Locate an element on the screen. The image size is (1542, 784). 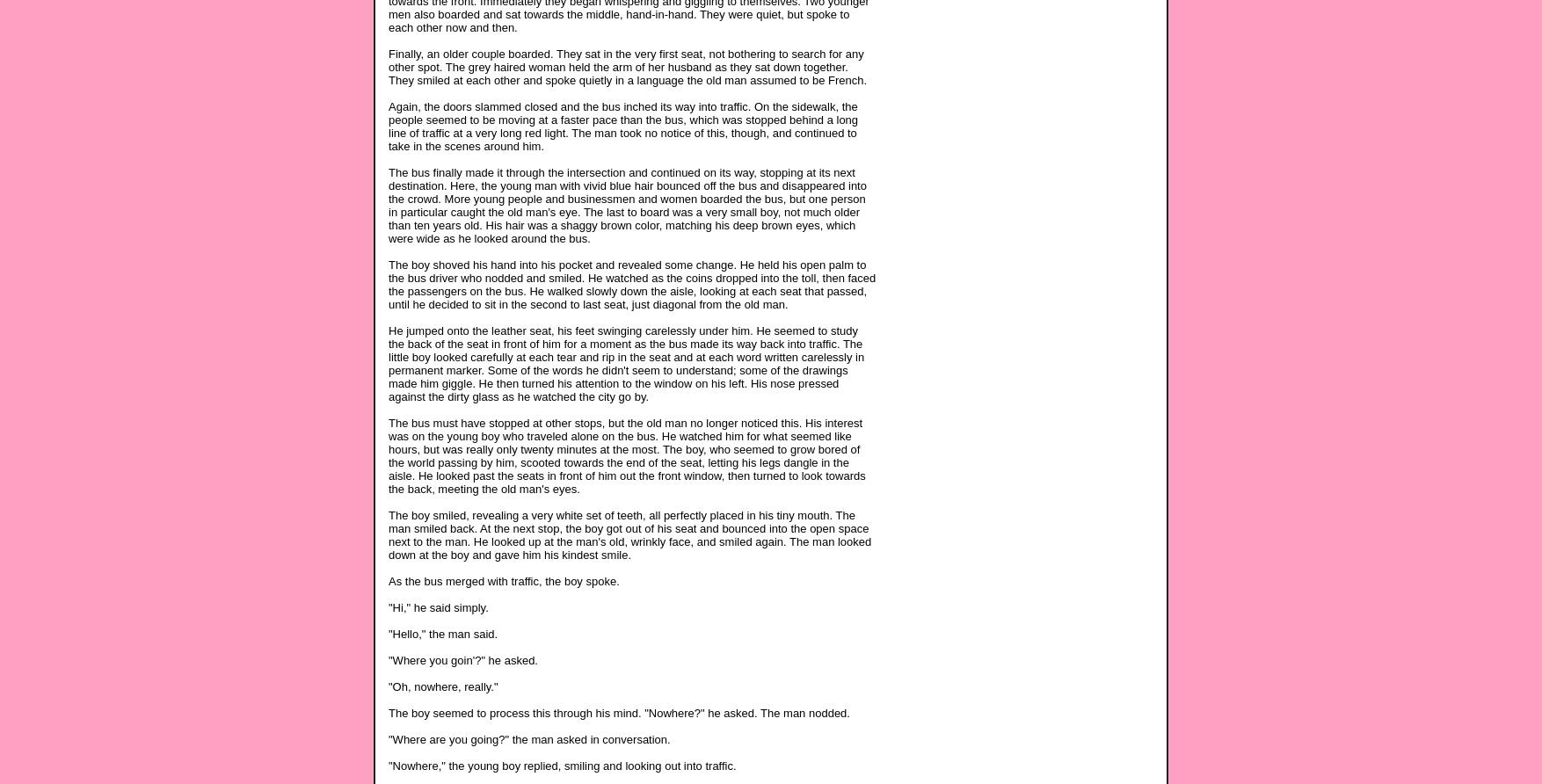
'"Oh, nowhere, really."' is located at coordinates (441, 686).